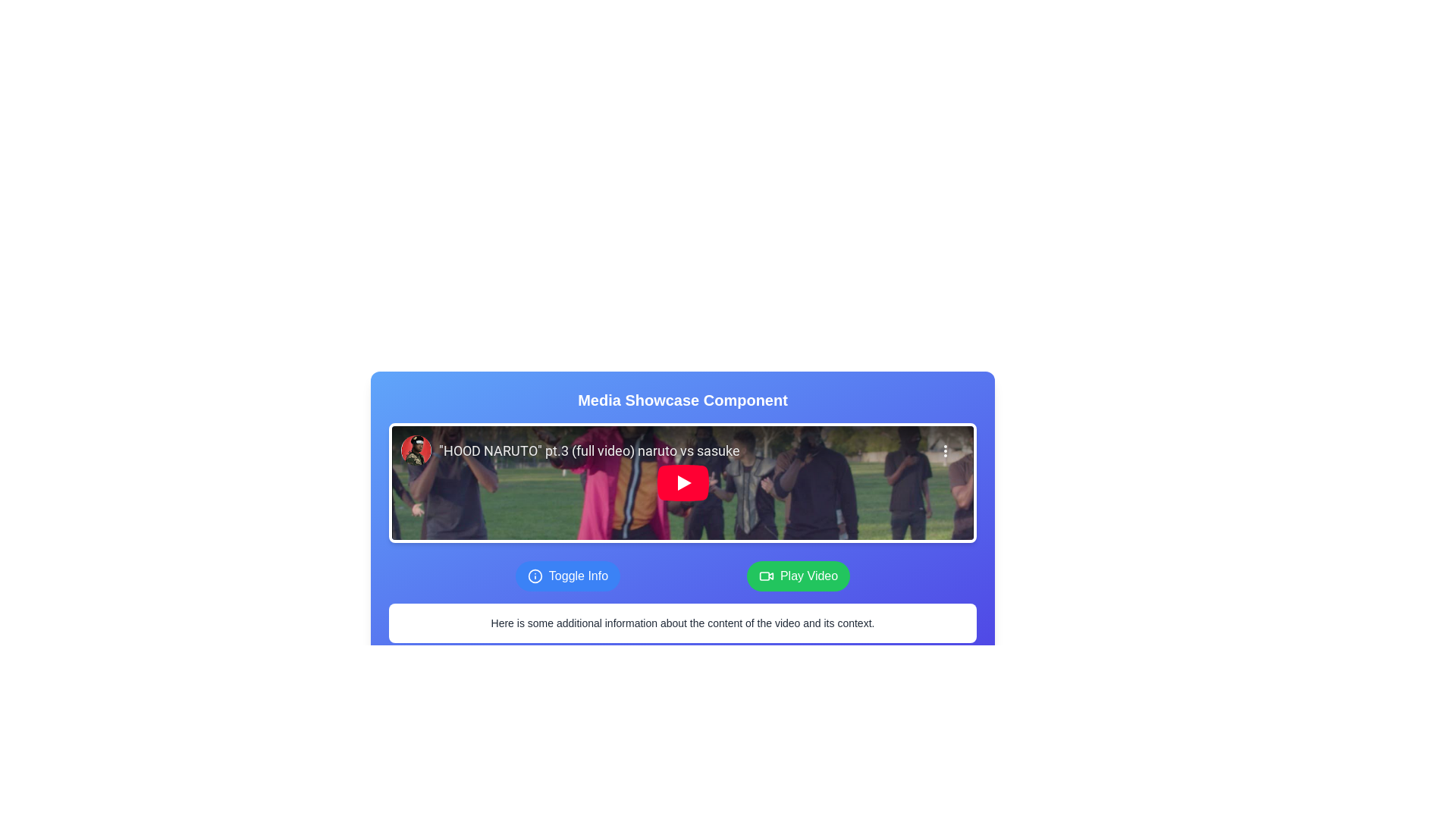 Image resolution: width=1456 pixels, height=819 pixels. Describe the element at coordinates (798, 576) in the screenshot. I see `the second interactive button to the right of the blue 'Toggle Info' button` at that location.